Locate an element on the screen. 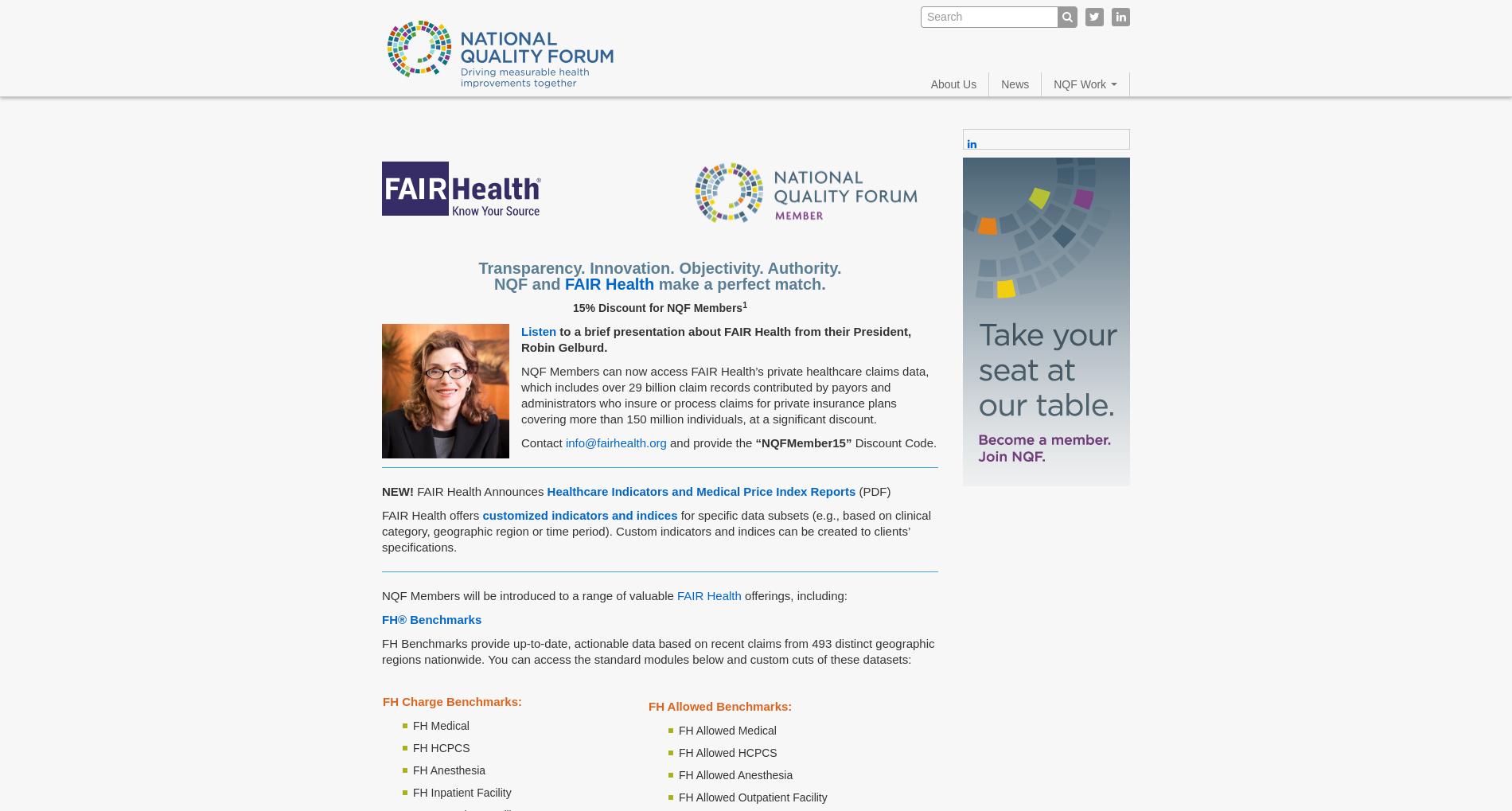 The image size is (1512, 811). 'FH® Benchmarks' is located at coordinates (431, 618).